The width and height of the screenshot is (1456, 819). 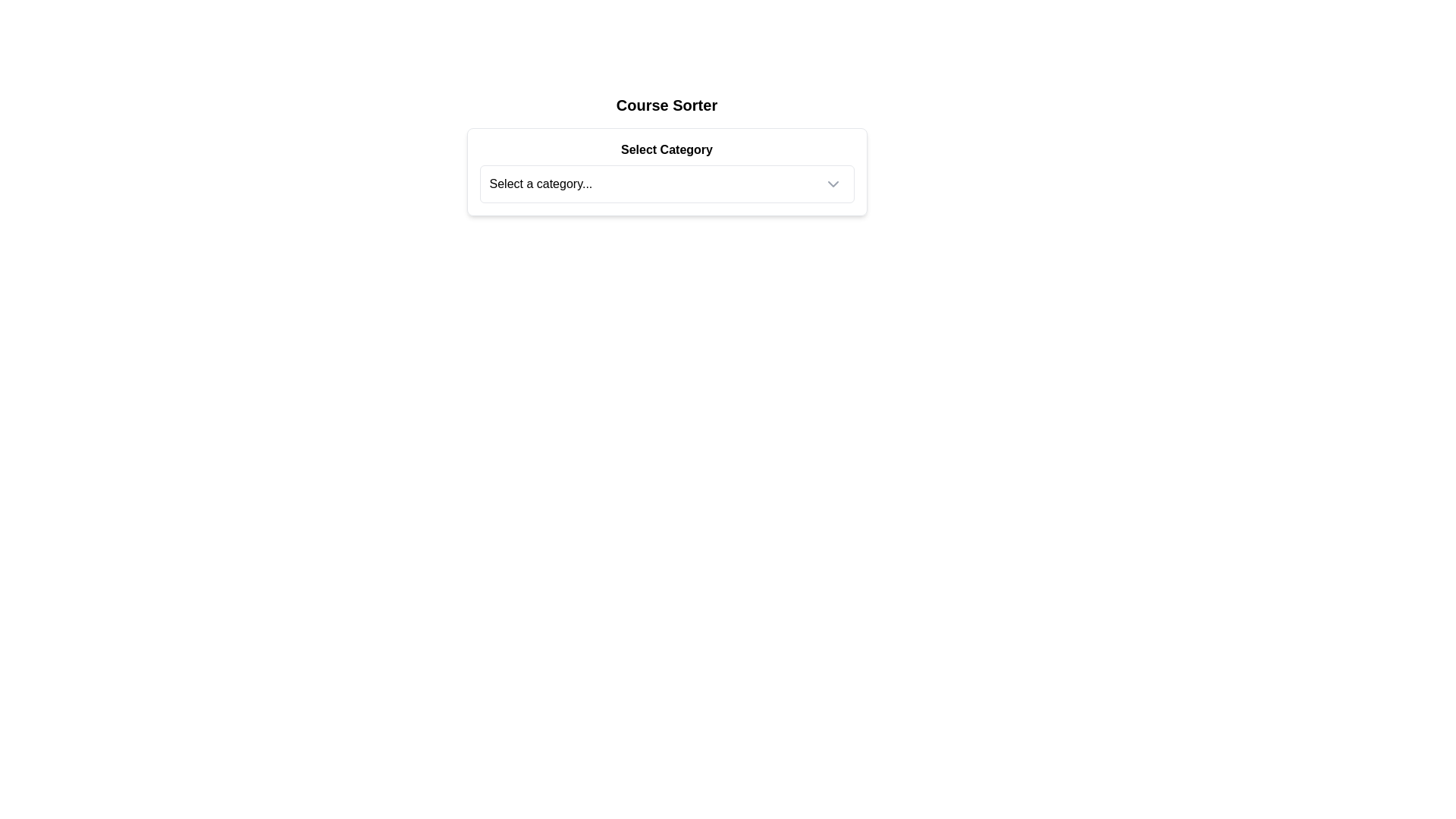 I want to click on the bold header text labeled 'Select Category' that is centered within a card layout, positioned above a dropdown field, so click(x=667, y=155).